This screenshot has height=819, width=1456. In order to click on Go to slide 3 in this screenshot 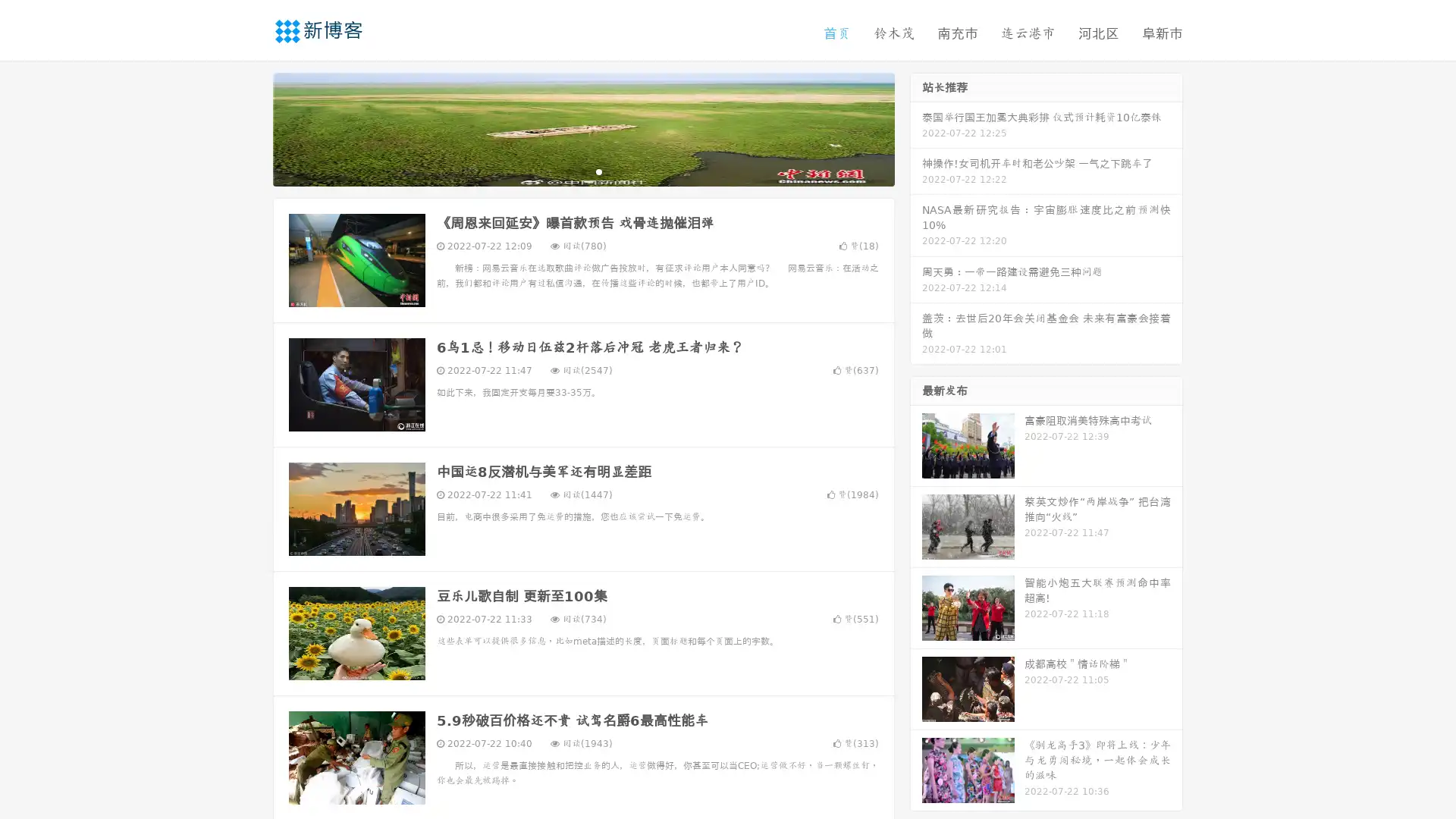, I will do `click(598, 171)`.